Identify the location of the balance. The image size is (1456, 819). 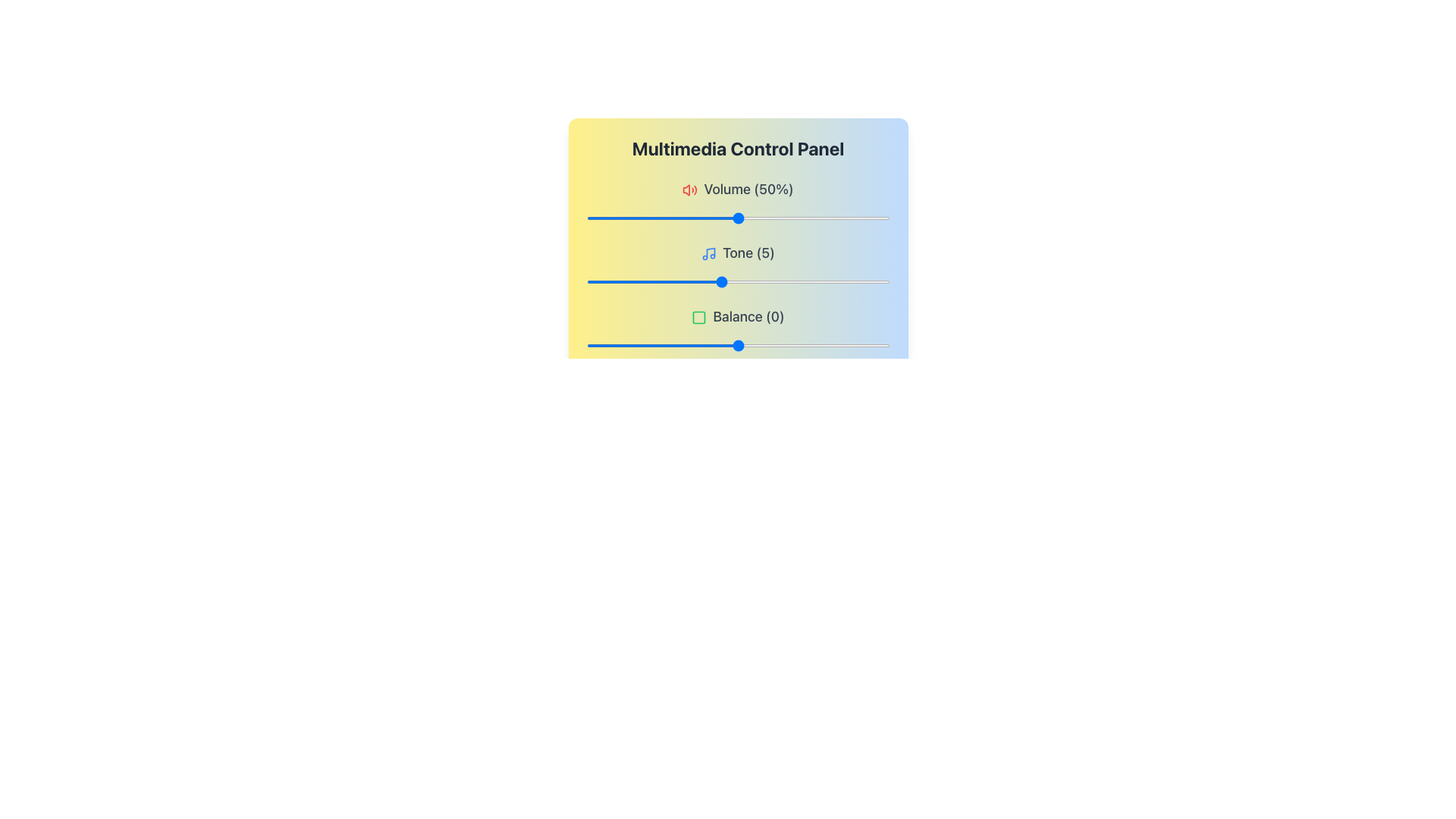
(635, 345).